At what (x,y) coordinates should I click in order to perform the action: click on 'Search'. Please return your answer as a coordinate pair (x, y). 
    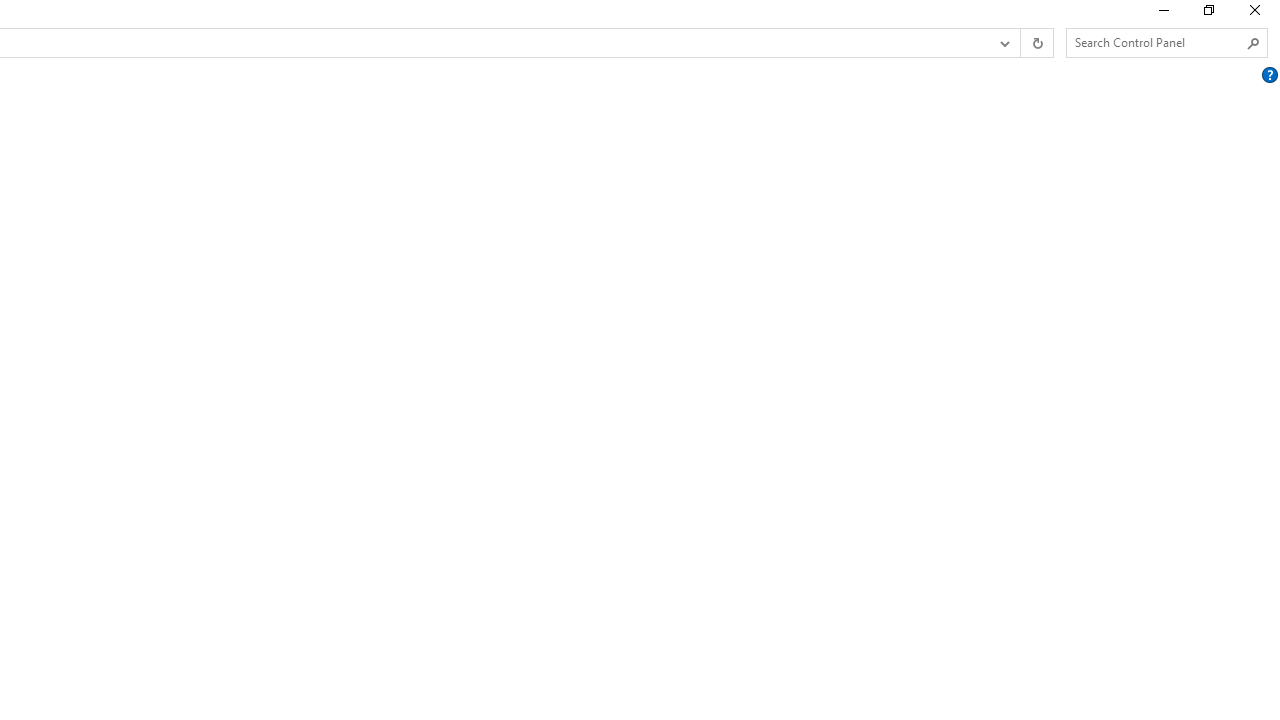
    Looking at the image, I should click on (1252, 43).